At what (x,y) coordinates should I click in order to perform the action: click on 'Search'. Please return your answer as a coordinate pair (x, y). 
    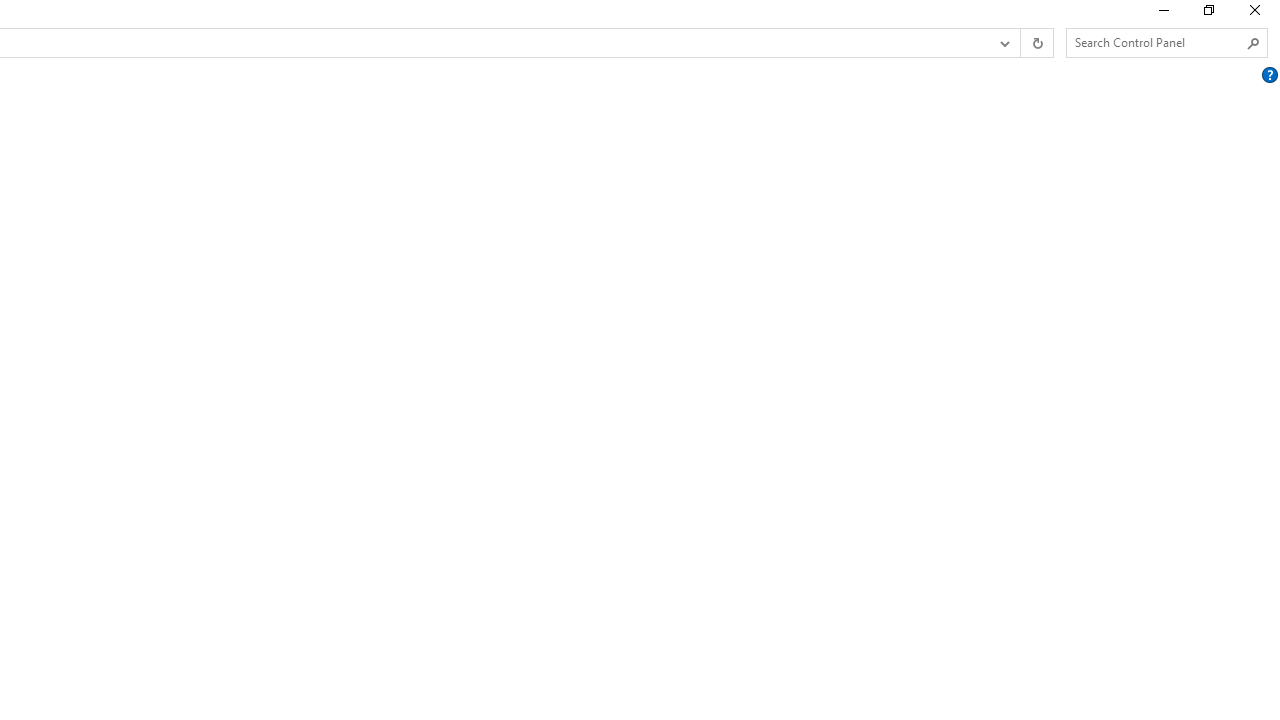
    Looking at the image, I should click on (1252, 43).